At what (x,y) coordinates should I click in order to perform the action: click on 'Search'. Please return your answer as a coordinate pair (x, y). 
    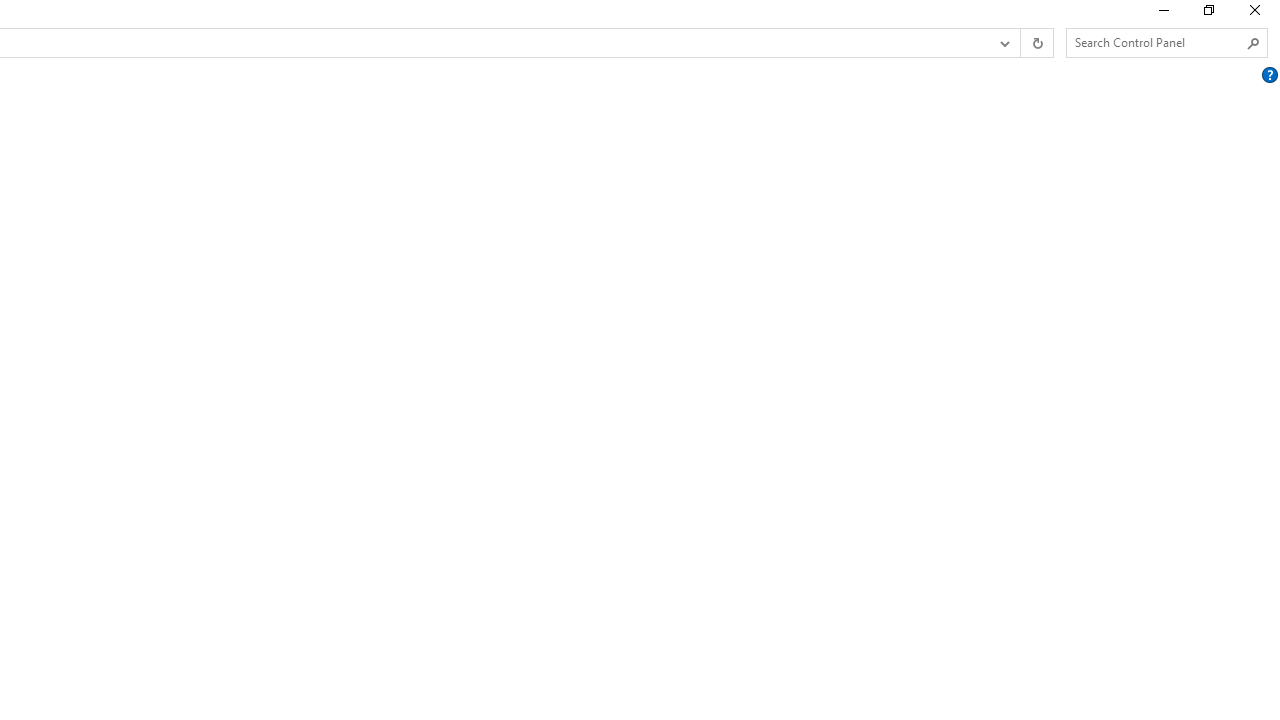
    Looking at the image, I should click on (1252, 43).